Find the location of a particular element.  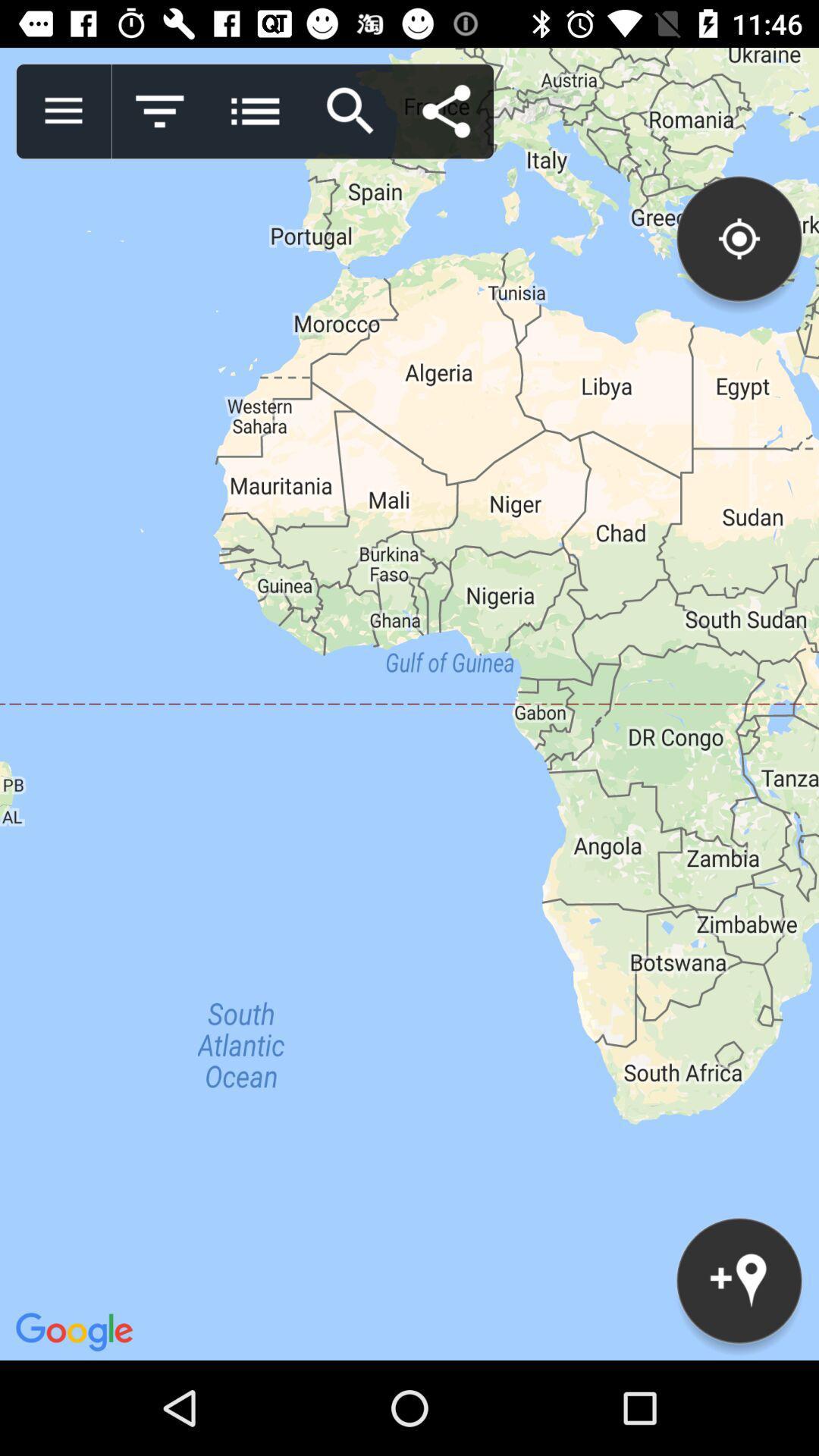

share location is located at coordinates (445, 111).